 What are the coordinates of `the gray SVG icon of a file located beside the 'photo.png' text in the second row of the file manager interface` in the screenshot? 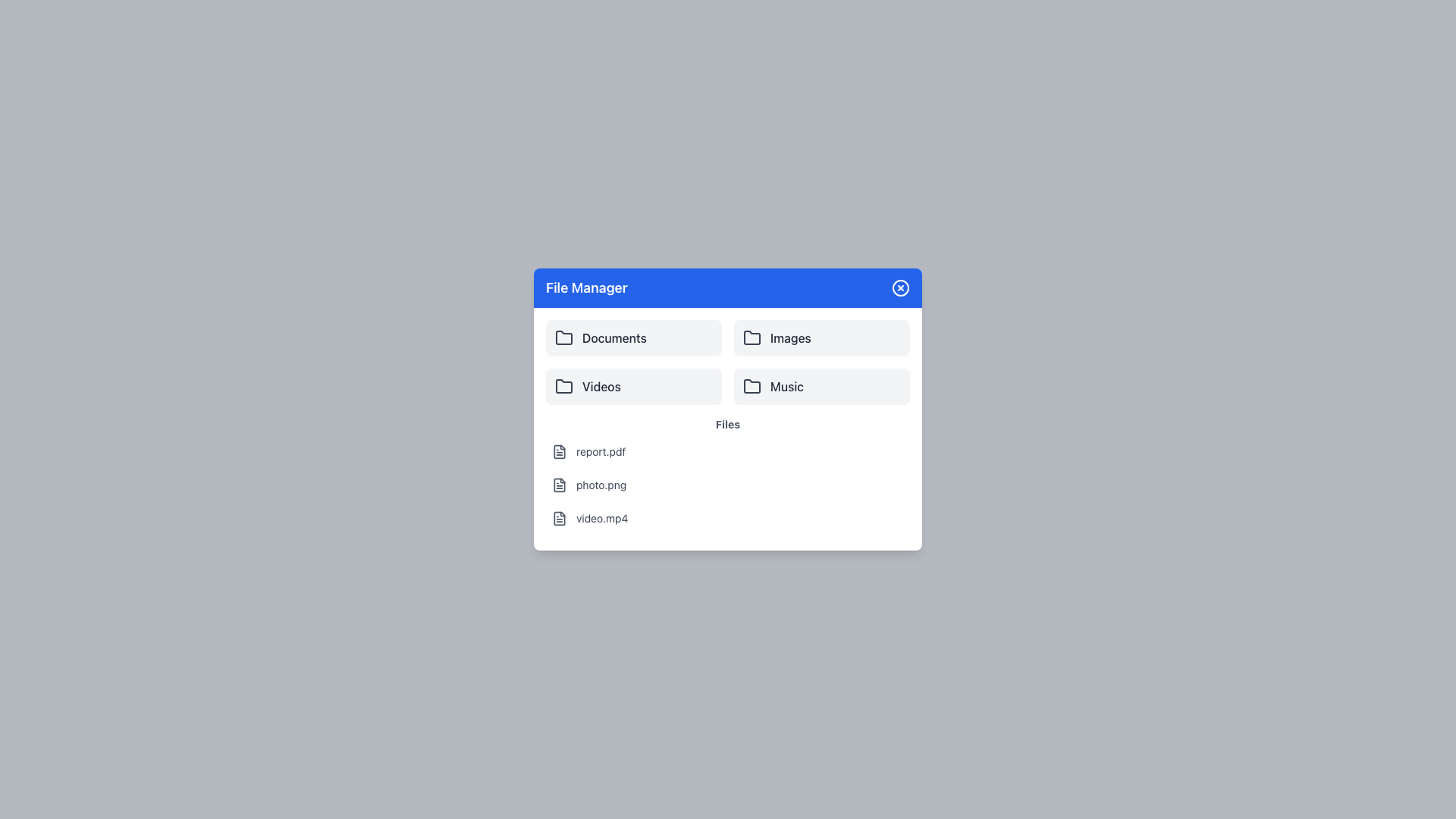 It's located at (559, 485).